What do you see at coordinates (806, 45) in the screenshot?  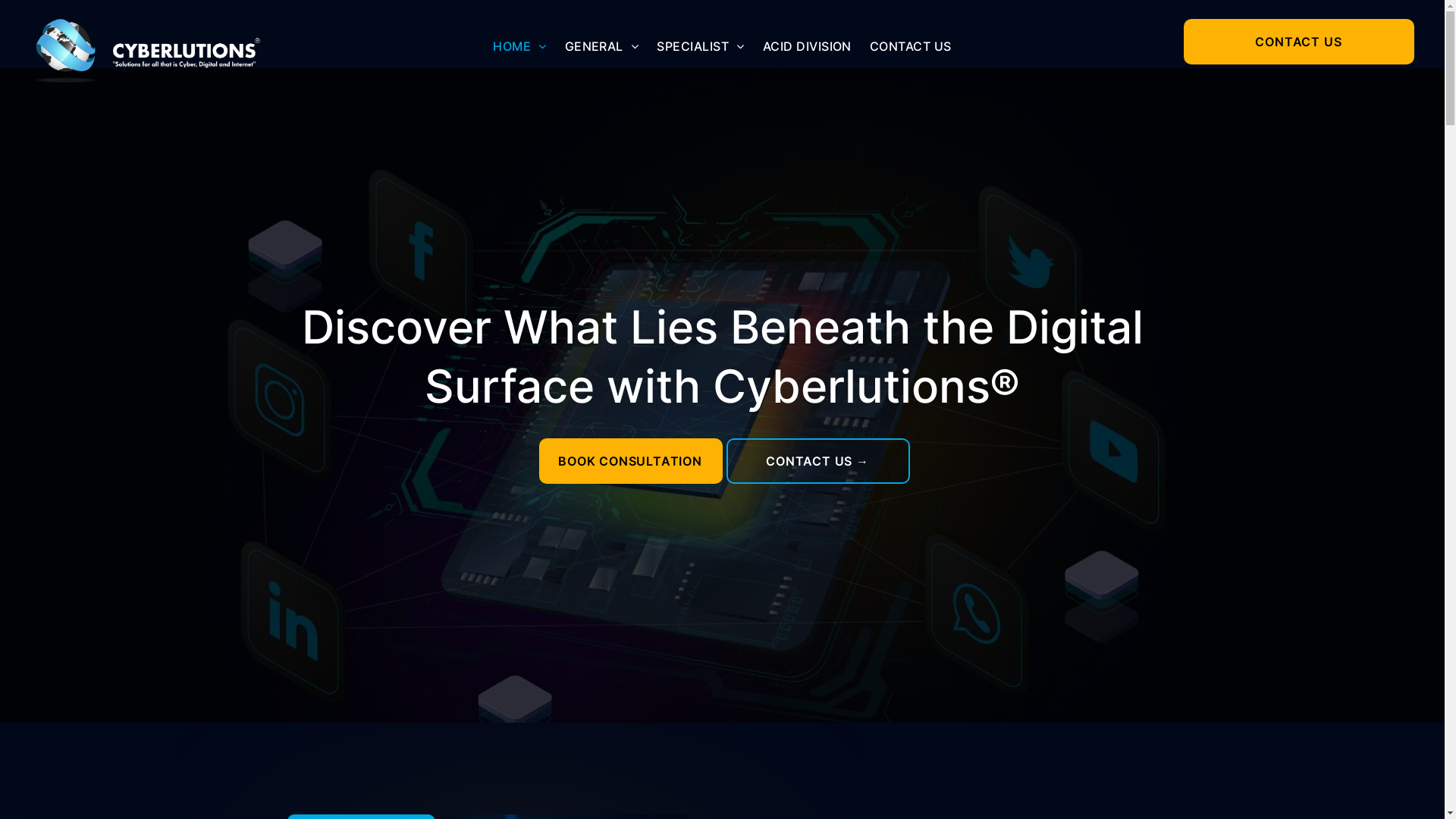 I see `'ACID DIVISION'` at bounding box center [806, 45].